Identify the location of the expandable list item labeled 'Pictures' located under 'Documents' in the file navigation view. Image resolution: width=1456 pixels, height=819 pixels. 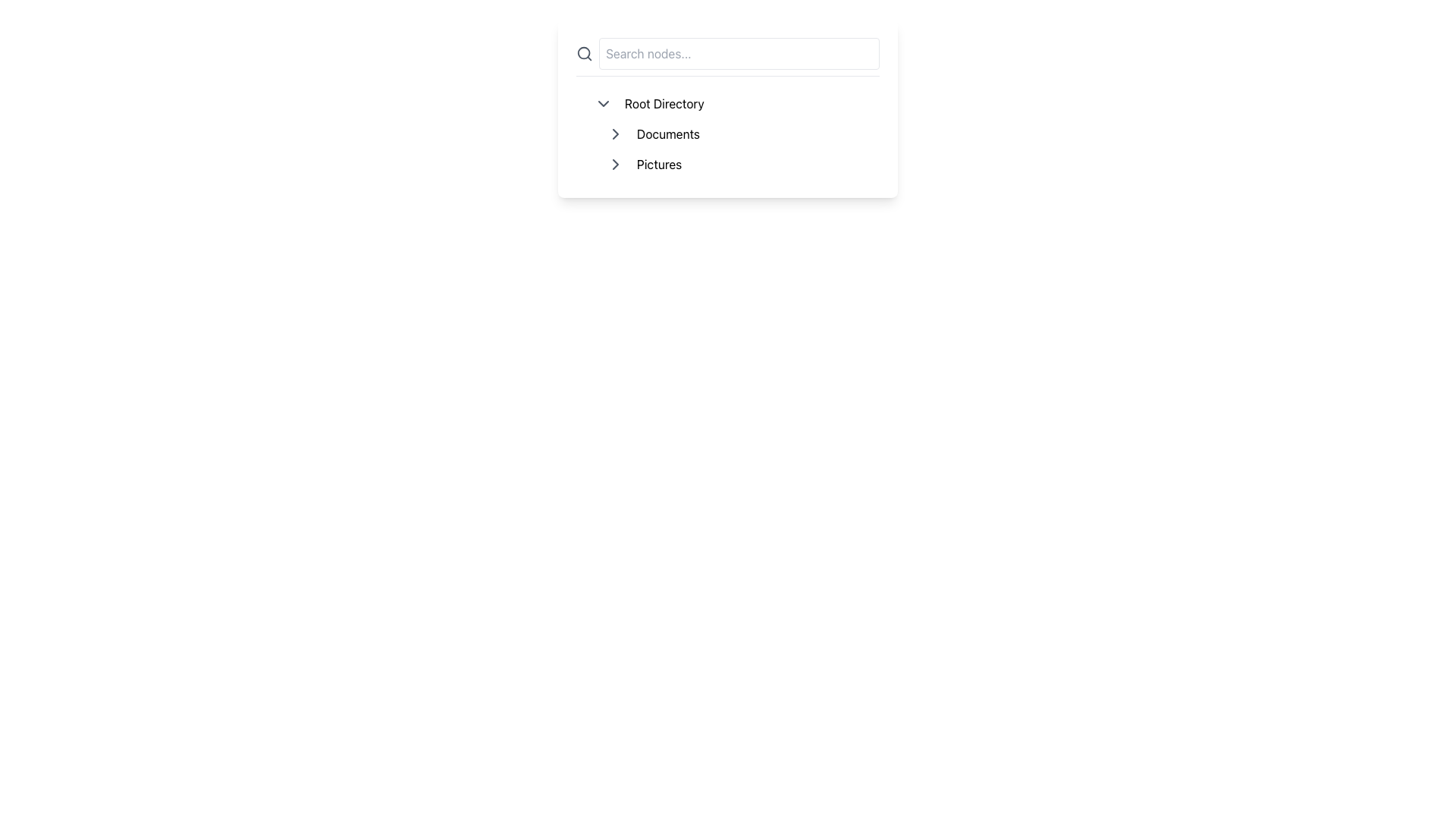
(739, 164).